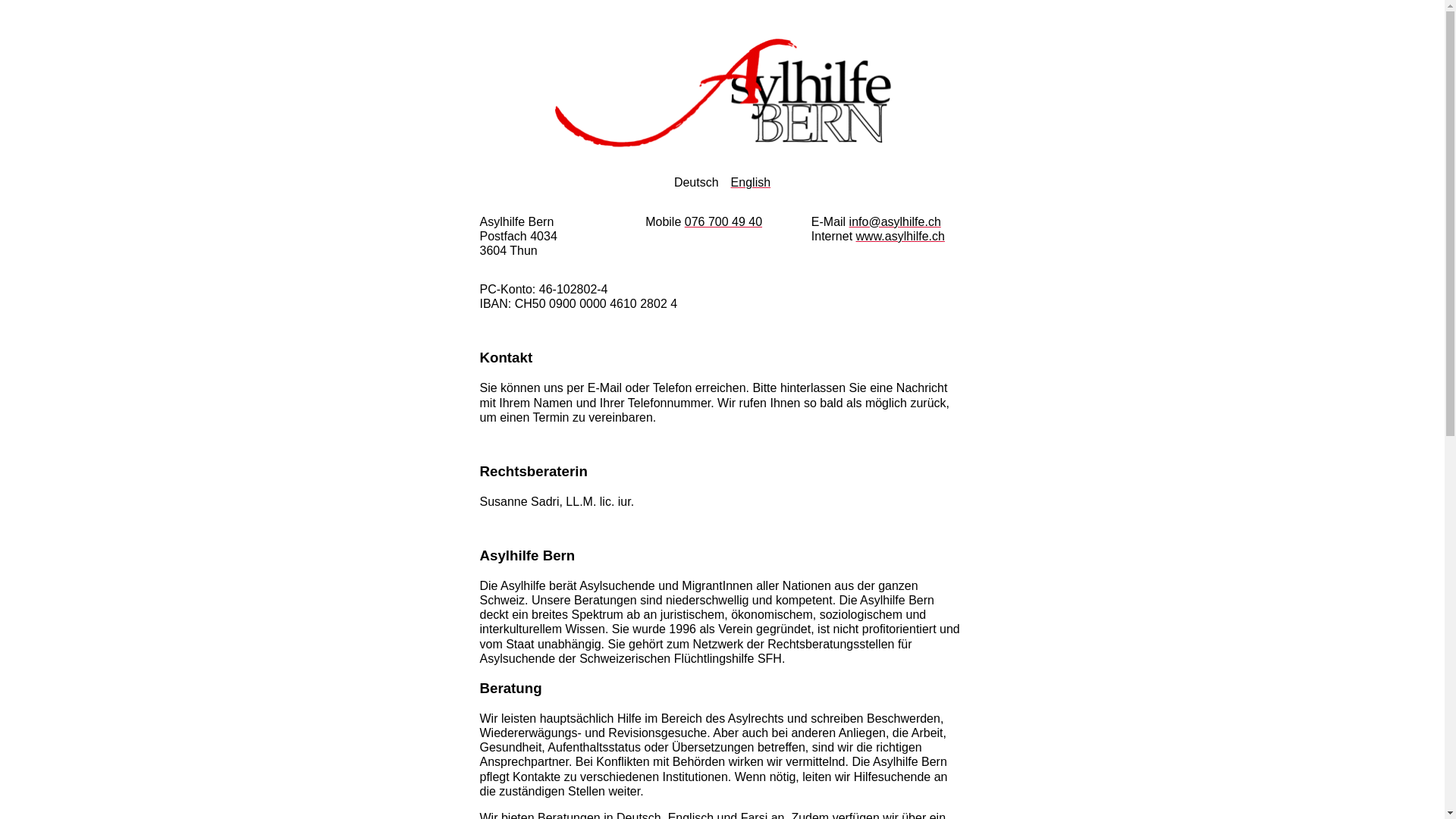 The width and height of the screenshot is (1456, 819). Describe the element at coordinates (723, 221) in the screenshot. I see `'076 700 49 40'` at that location.